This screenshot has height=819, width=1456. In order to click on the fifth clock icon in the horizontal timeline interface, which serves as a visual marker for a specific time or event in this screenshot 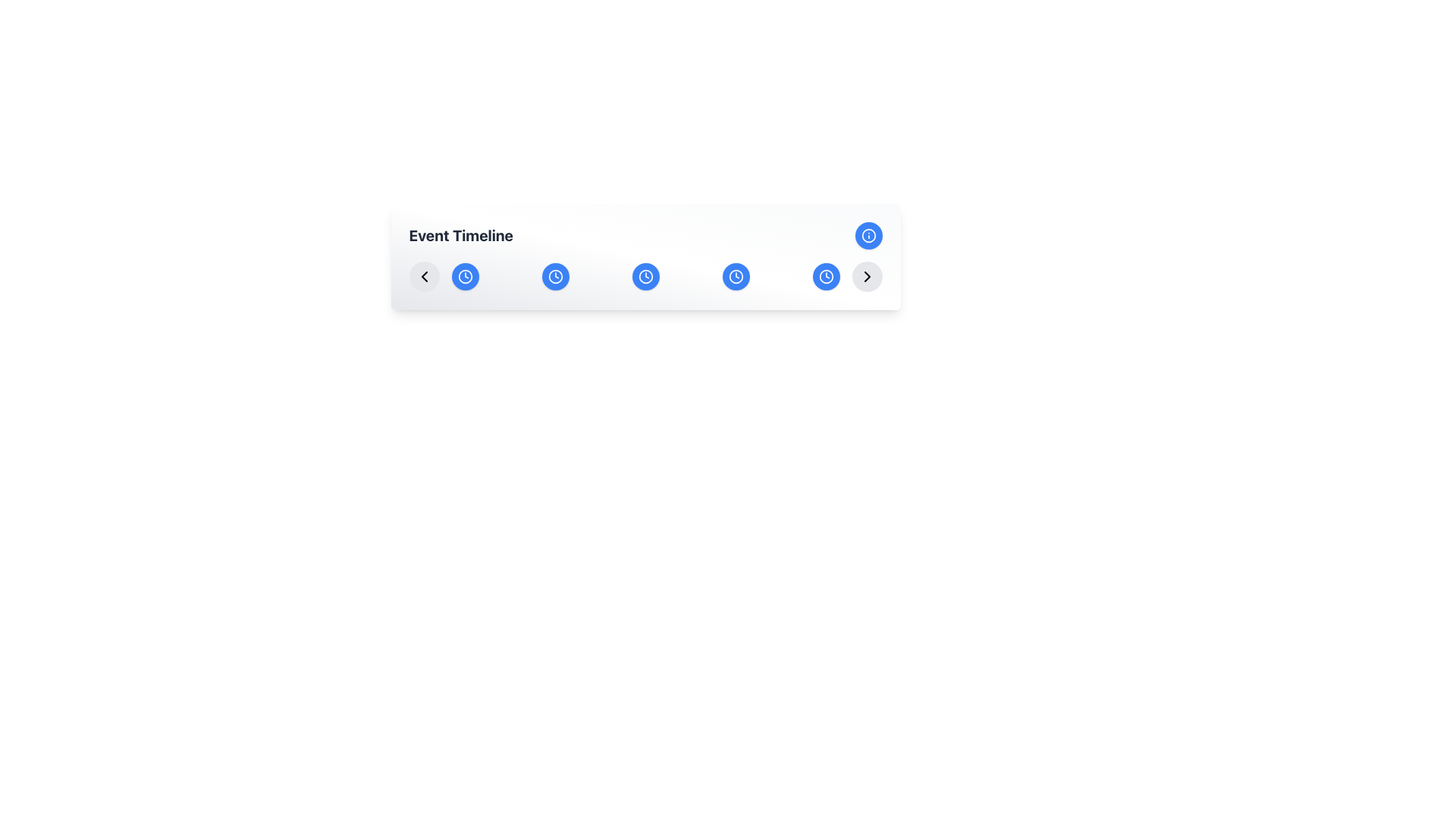, I will do `click(736, 277)`.